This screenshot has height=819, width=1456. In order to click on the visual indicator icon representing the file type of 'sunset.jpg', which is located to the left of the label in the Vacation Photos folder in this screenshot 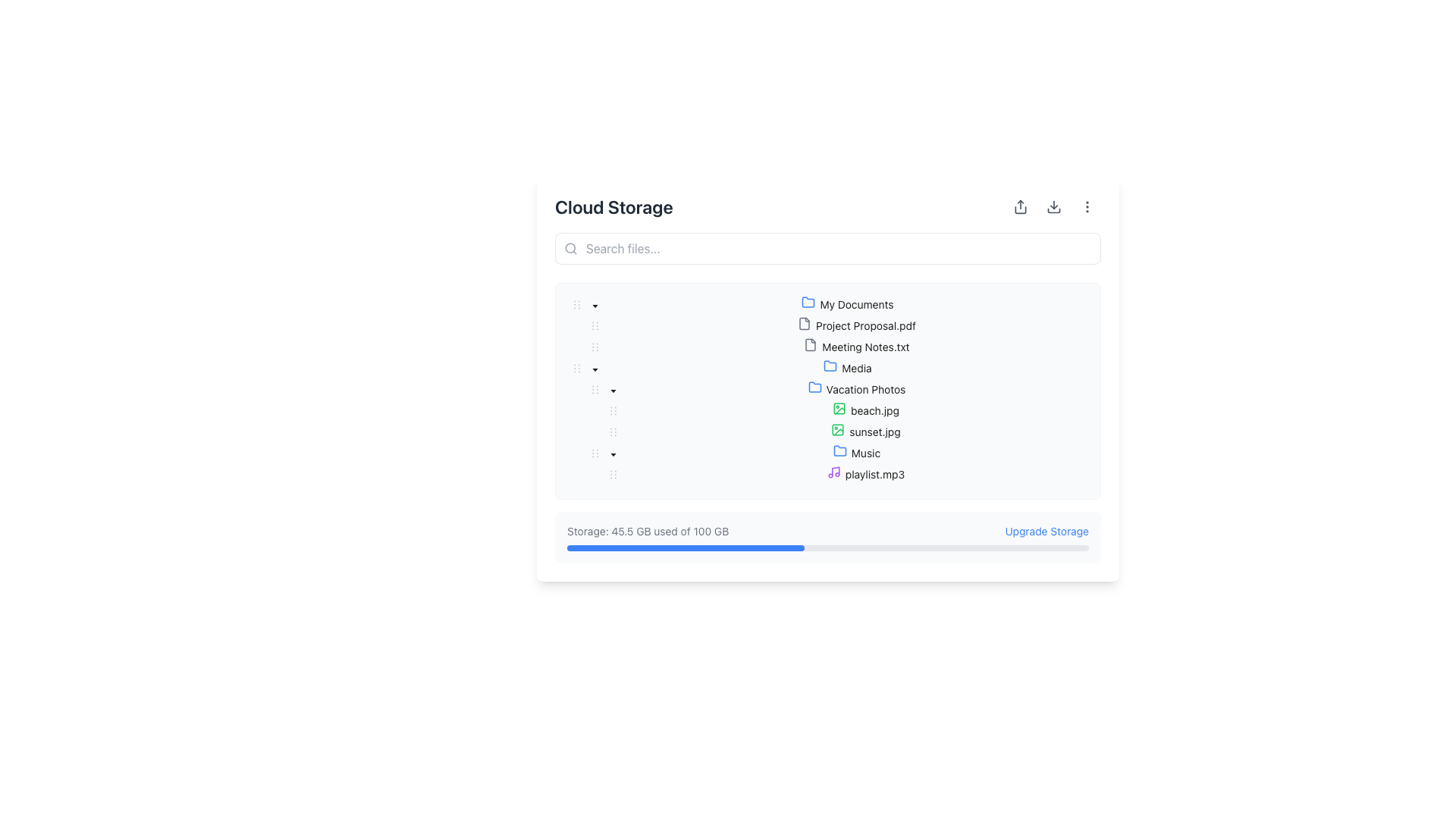, I will do `click(839, 432)`.